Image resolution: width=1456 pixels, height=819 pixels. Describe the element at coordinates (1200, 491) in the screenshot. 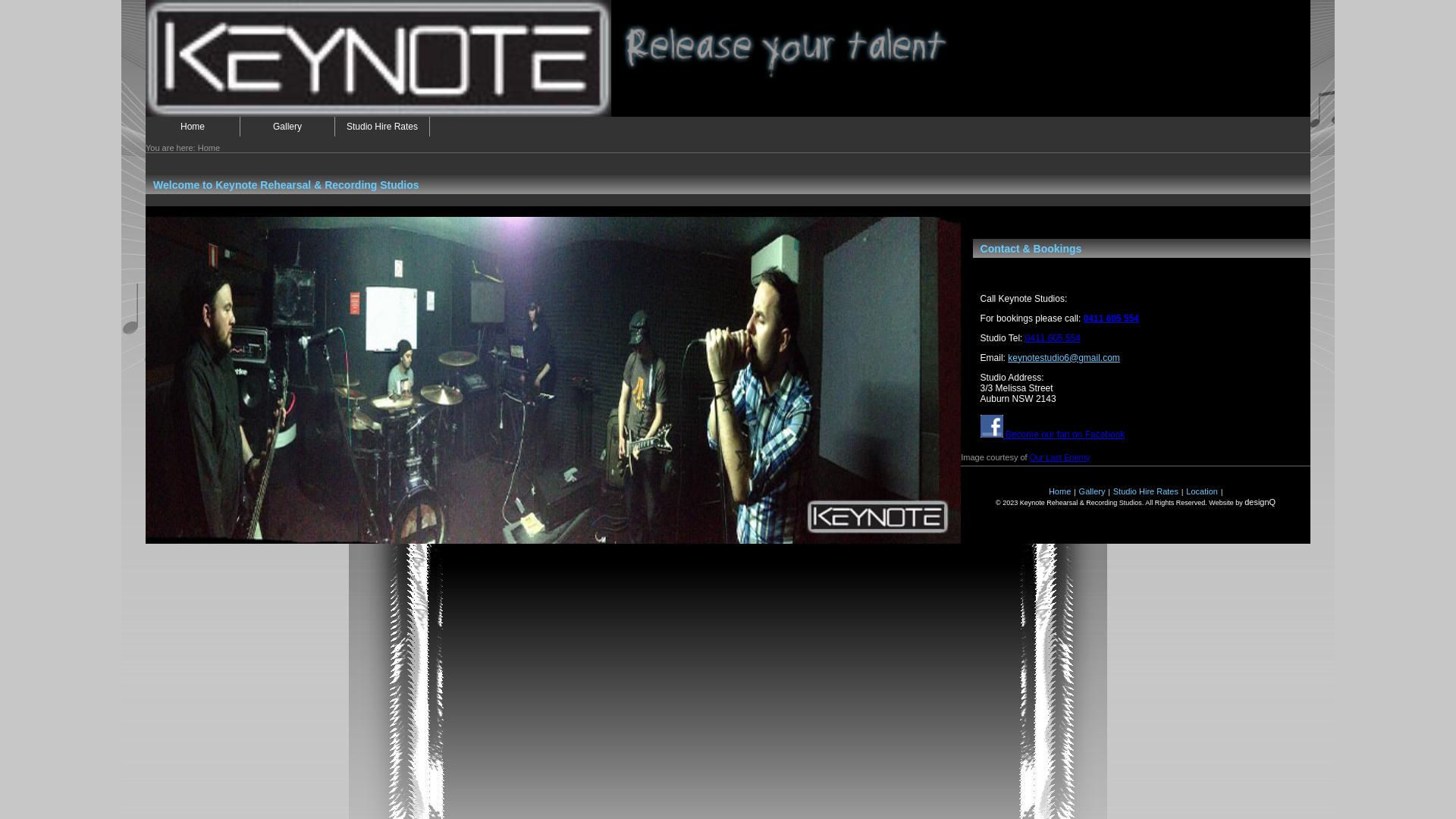

I see `'Location'` at that location.